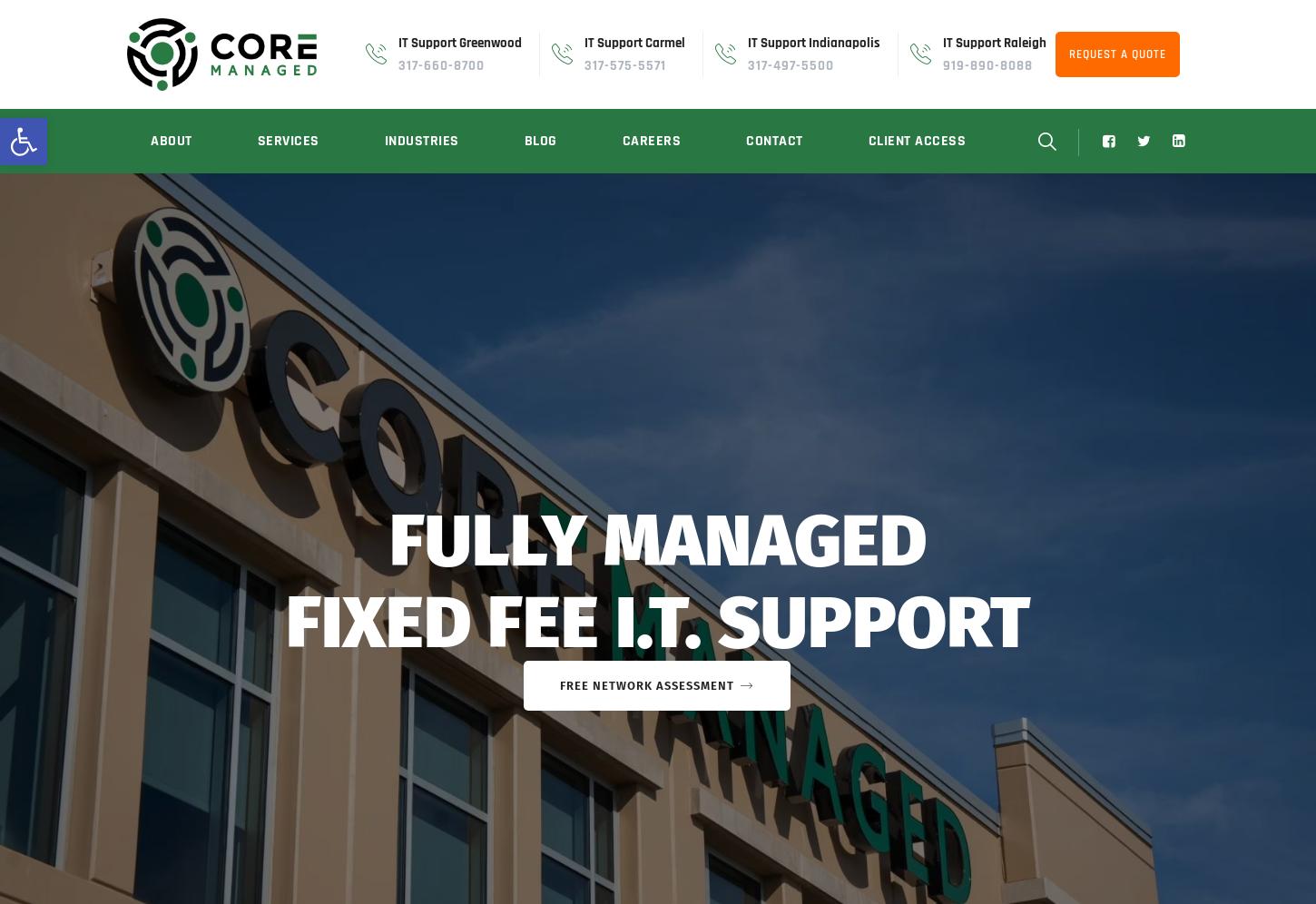 This screenshot has width=1316, height=904. Describe the element at coordinates (658, 541) in the screenshot. I see `'Fully Managed'` at that location.